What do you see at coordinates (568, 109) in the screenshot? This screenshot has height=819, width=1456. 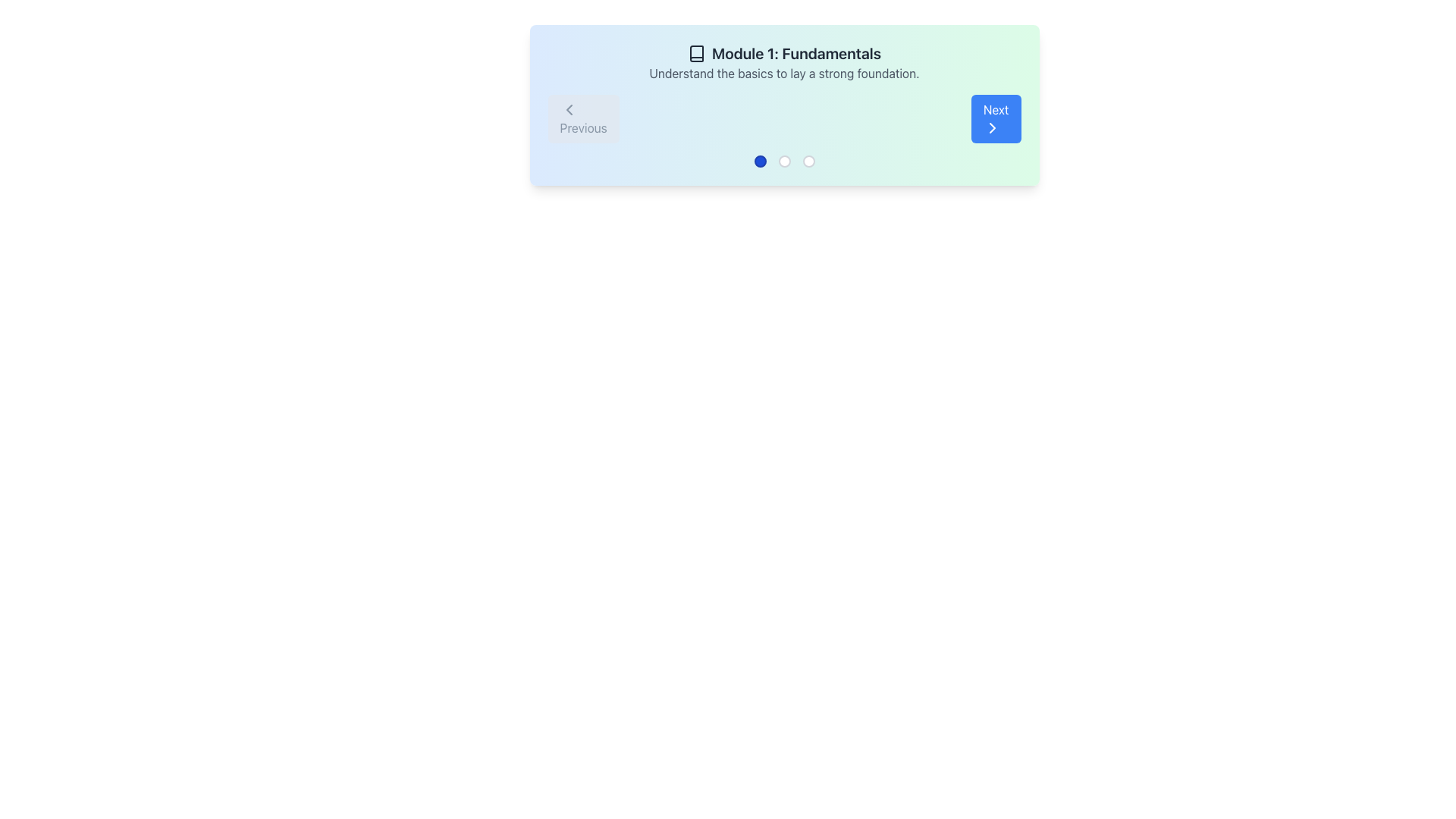 I see `the left-pointing chevron arrow icon located at the center-left of the 'Previous' button in the navigation header` at bounding box center [568, 109].